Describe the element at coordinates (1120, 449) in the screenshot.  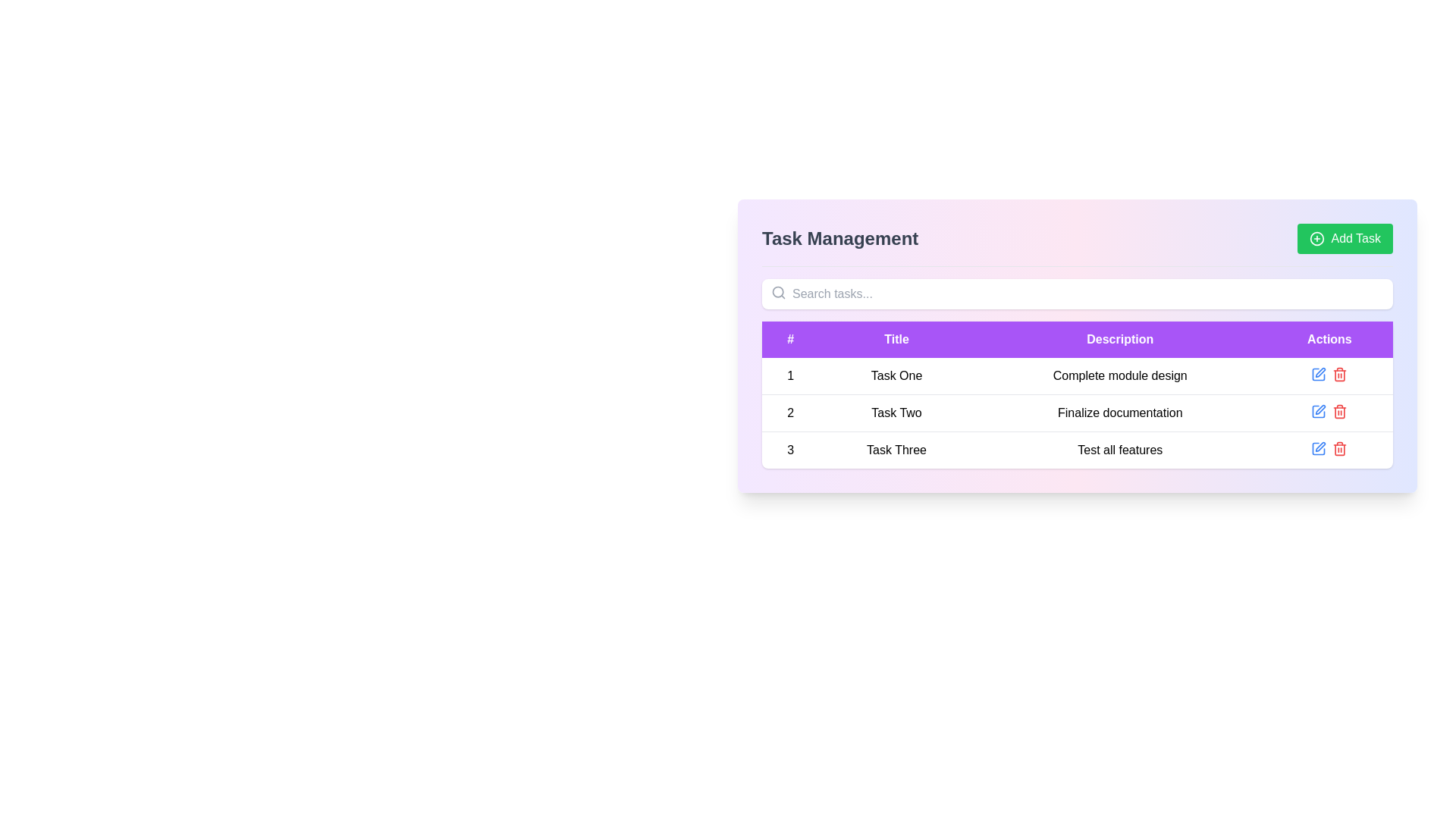
I see `the static text display showing 'Test all features' which is located in the 'Description' column of the task table aligned with 'Task Three' in the 'Title' column` at that location.